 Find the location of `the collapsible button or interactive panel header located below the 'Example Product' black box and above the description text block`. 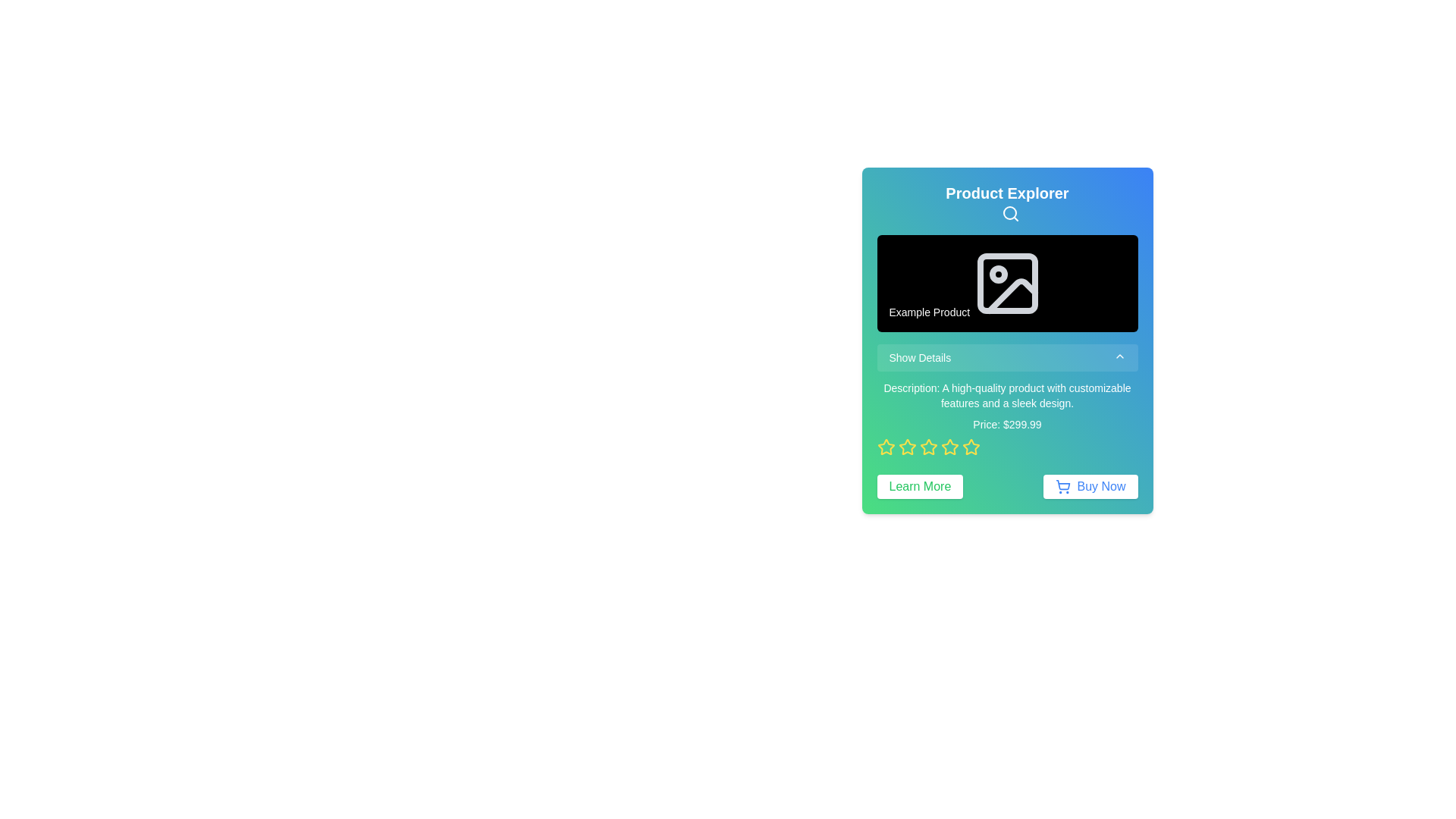

the collapsible button or interactive panel header located below the 'Example Product' black box and above the description text block is located at coordinates (1007, 357).